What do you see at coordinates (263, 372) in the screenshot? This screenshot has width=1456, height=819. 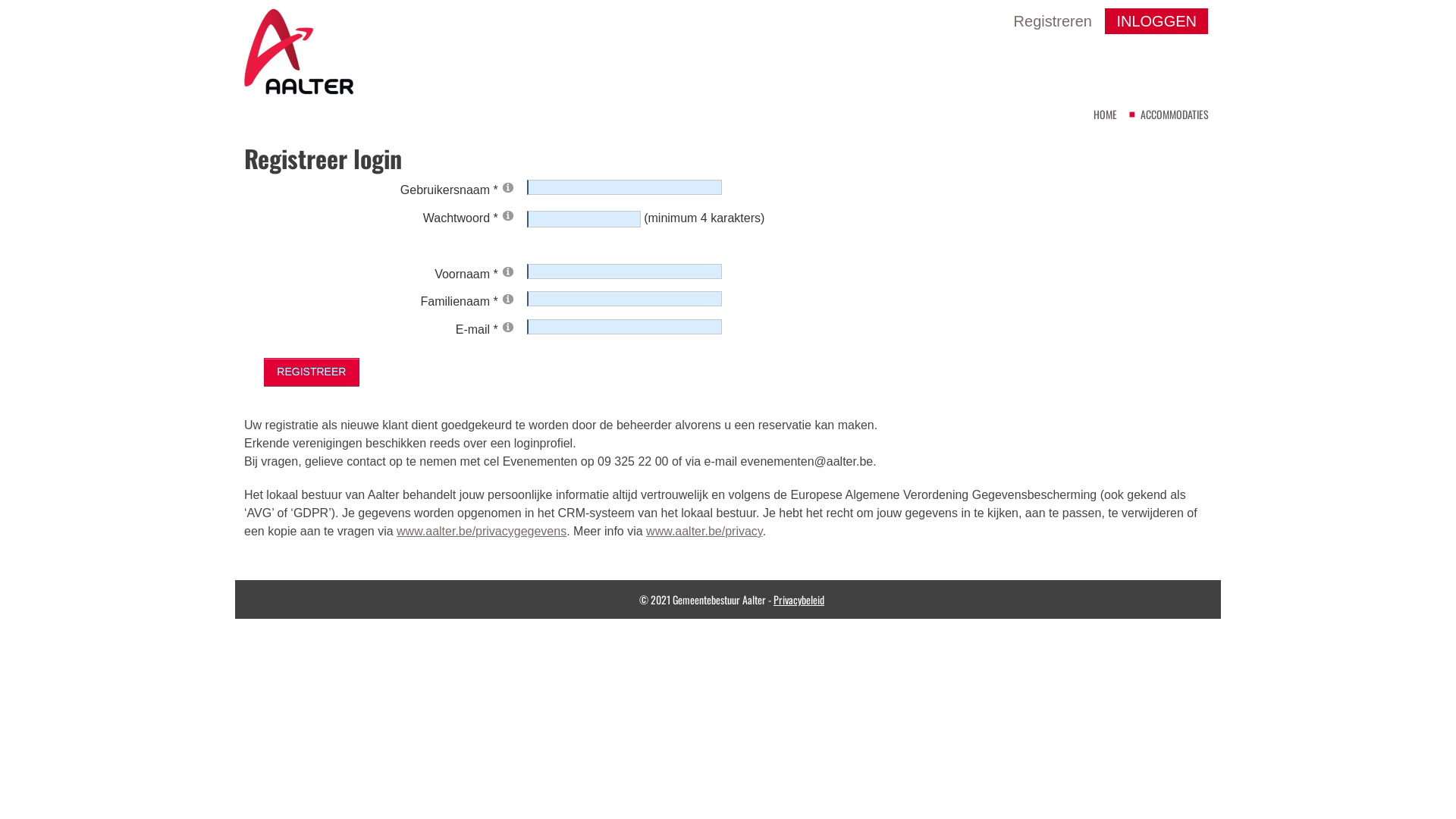 I see `'REGISTREER'` at bounding box center [263, 372].